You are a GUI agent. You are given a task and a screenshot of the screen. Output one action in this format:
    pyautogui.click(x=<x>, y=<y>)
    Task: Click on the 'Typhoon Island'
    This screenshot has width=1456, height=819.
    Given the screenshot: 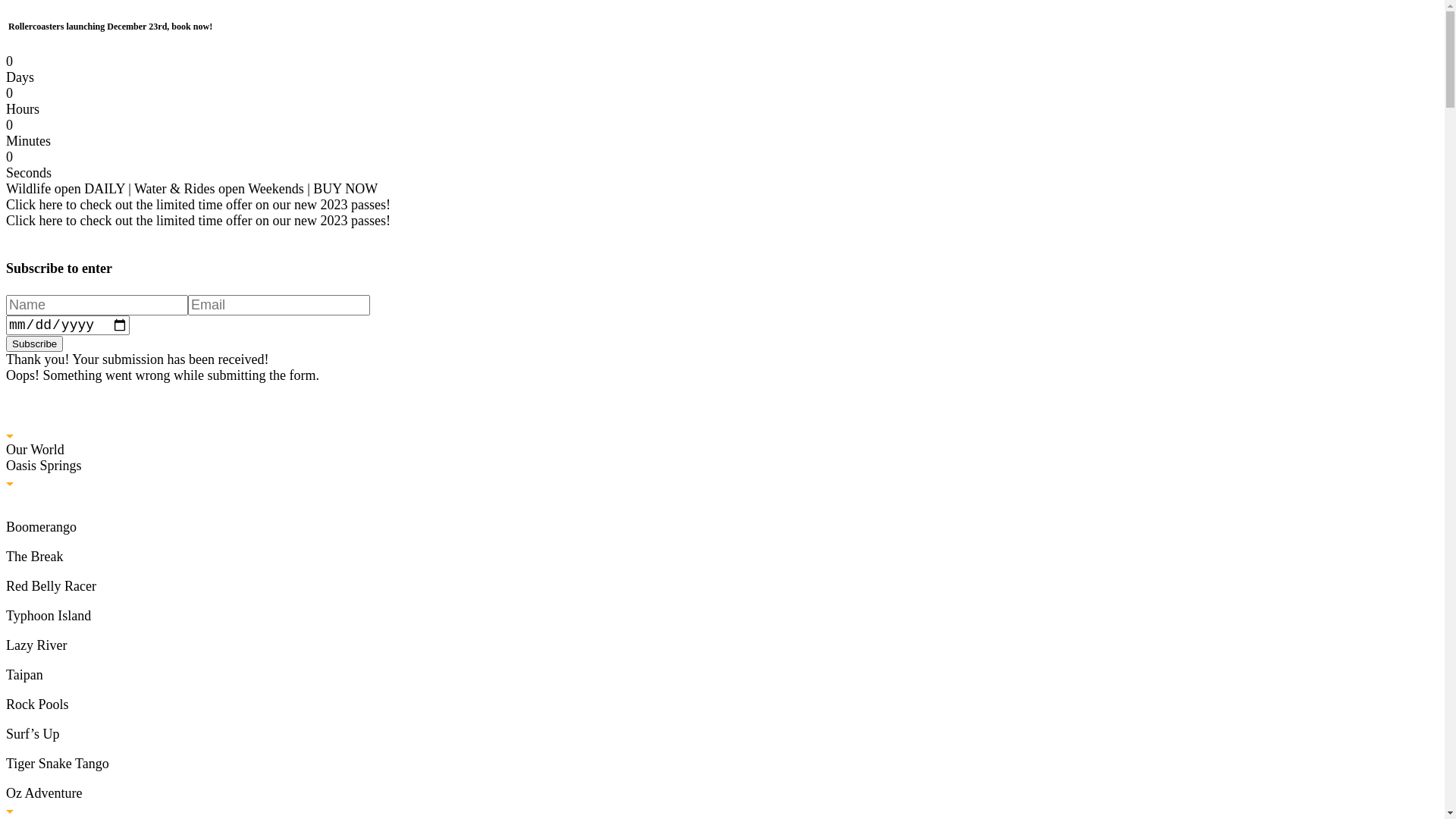 What is the action you would take?
    pyautogui.click(x=6, y=616)
    